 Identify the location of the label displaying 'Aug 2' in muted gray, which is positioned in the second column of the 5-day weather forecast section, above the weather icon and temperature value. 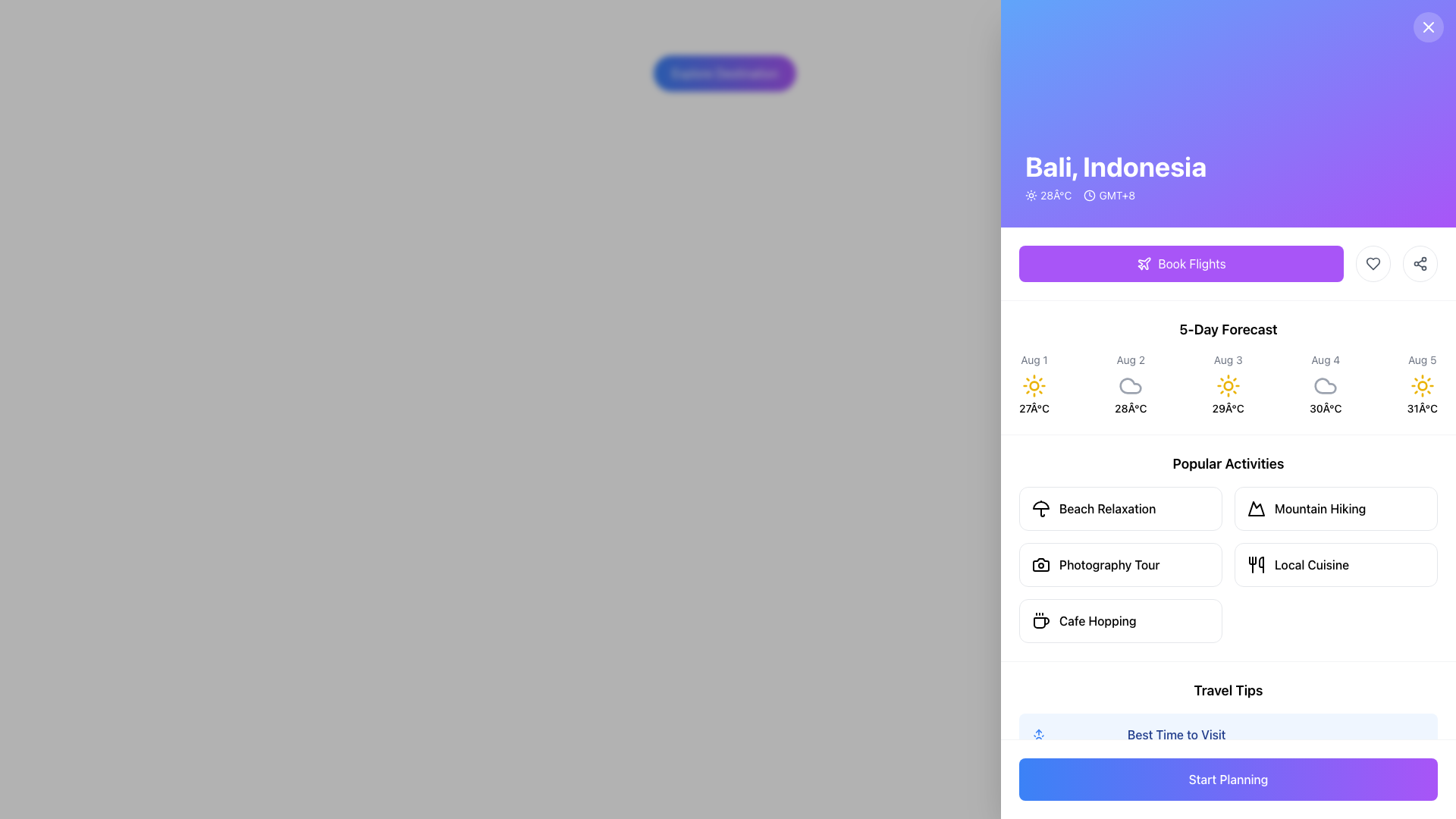
(1131, 359).